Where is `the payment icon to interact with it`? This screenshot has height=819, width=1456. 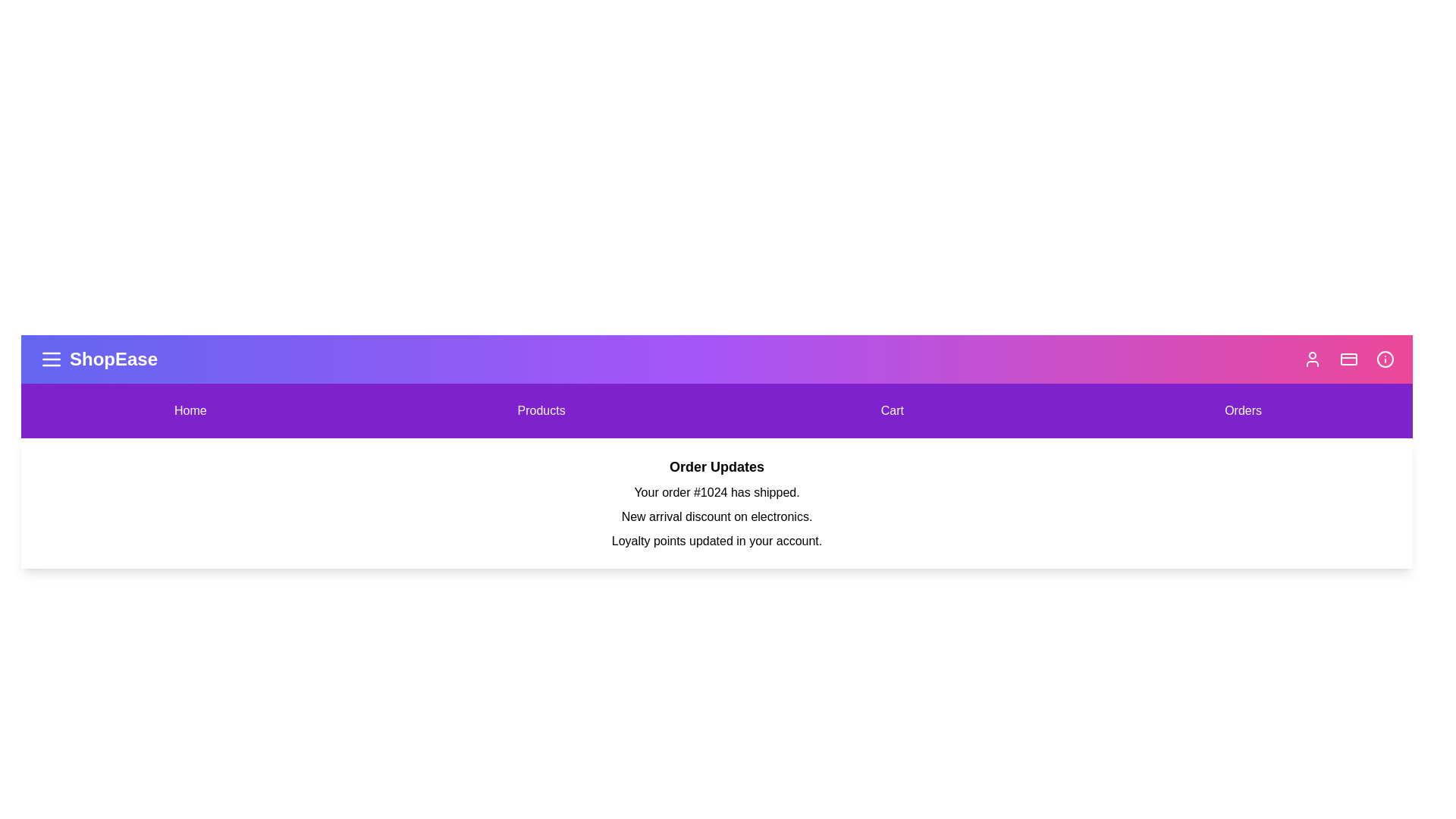
the payment icon to interact with it is located at coordinates (1349, 359).